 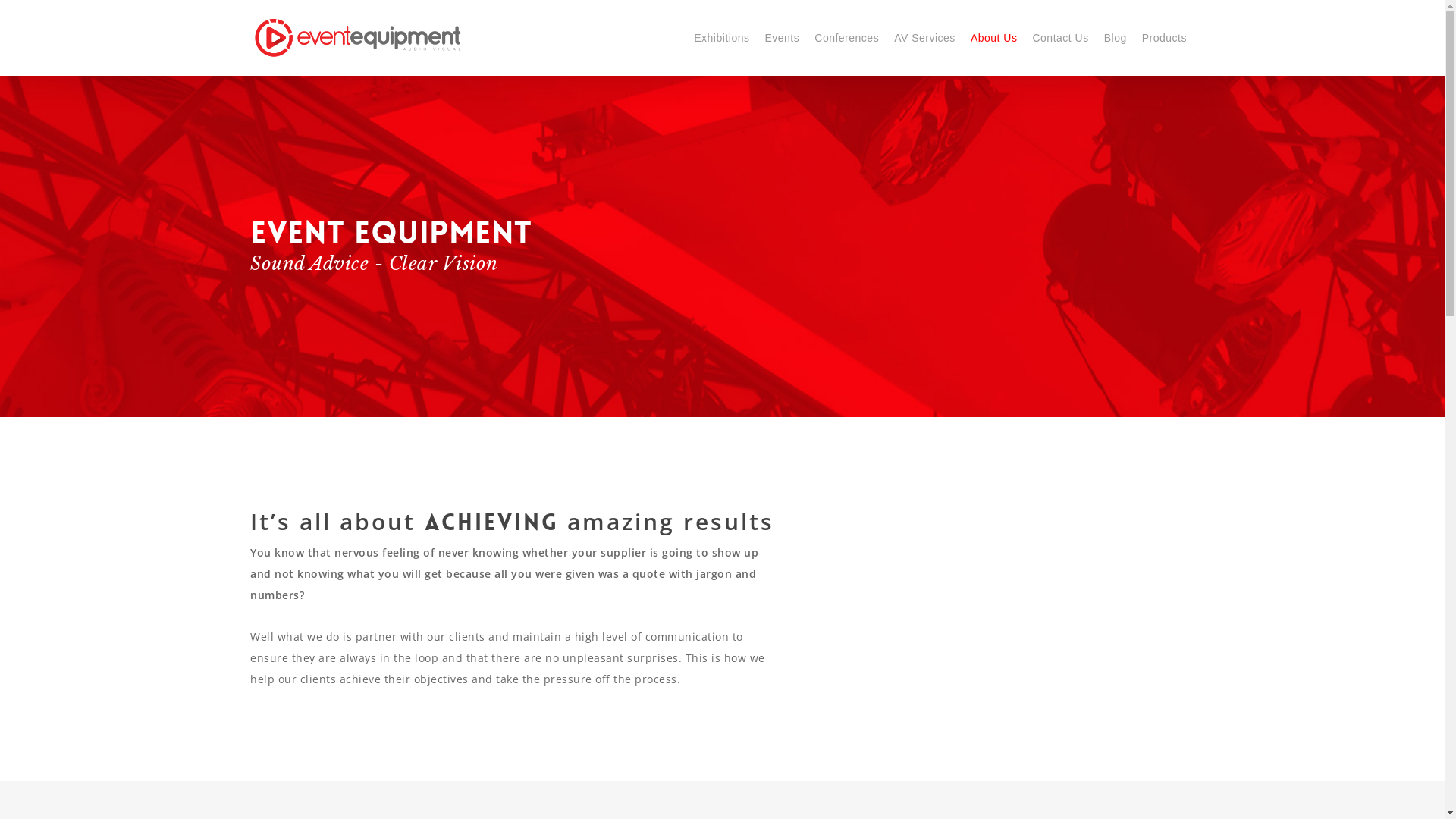 I want to click on 'Conferences', so click(x=846, y=37).